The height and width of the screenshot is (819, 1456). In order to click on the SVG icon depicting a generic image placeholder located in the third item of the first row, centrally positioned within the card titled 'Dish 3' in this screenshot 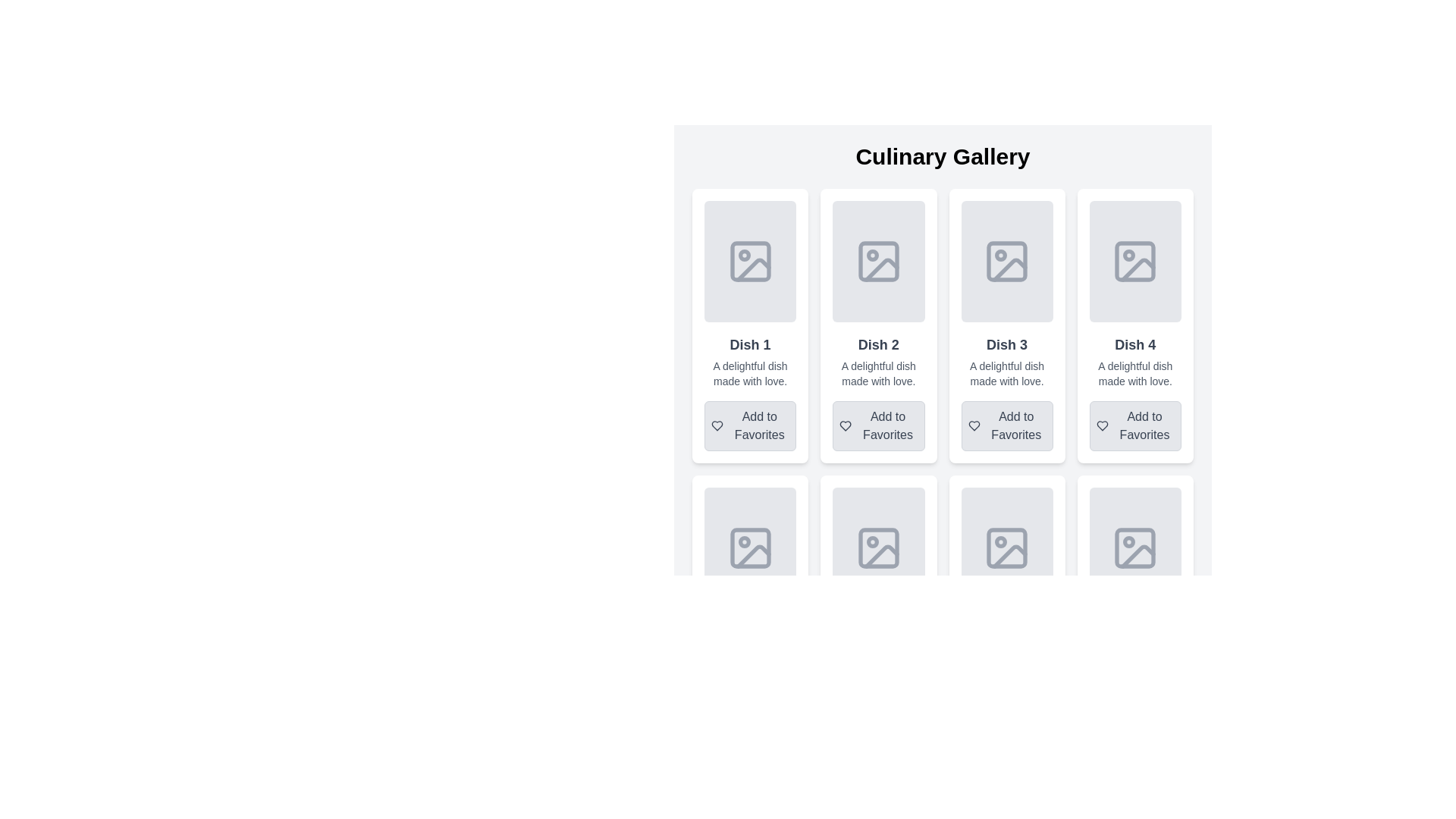, I will do `click(1007, 260)`.